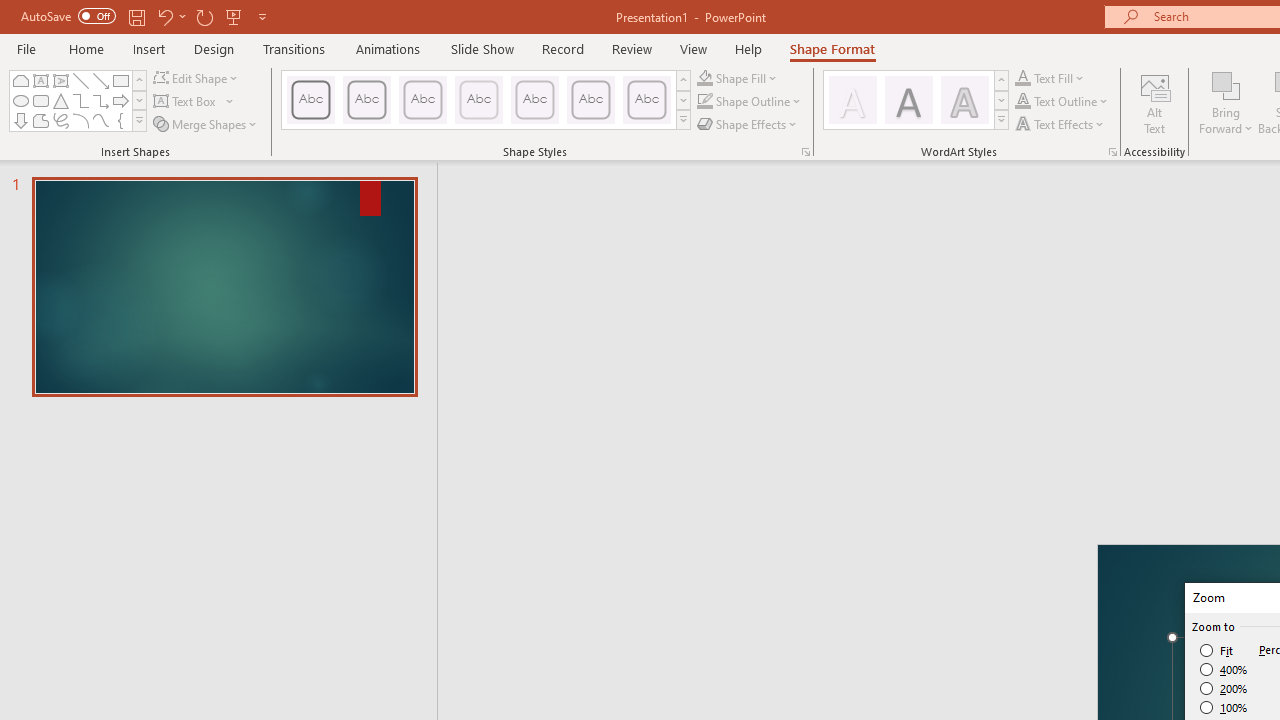 The width and height of the screenshot is (1280, 720). What do you see at coordinates (747, 124) in the screenshot?
I see `'Shape Effects'` at bounding box center [747, 124].